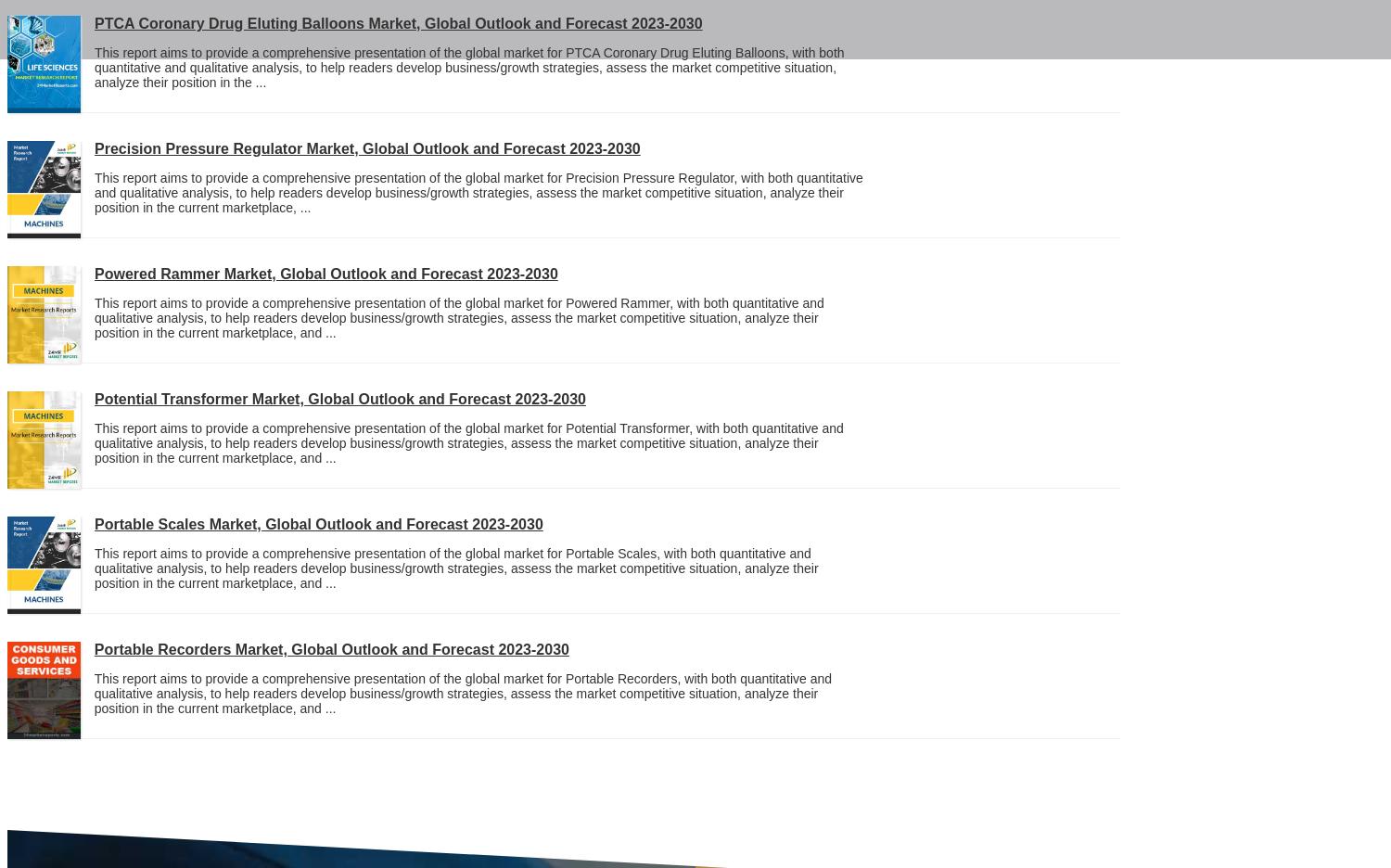  Describe the element at coordinates (325, 274) in the screenshot. I see `'Powered Rammer Market, Global Outlook and Forecast 2023-2030'` at that location.